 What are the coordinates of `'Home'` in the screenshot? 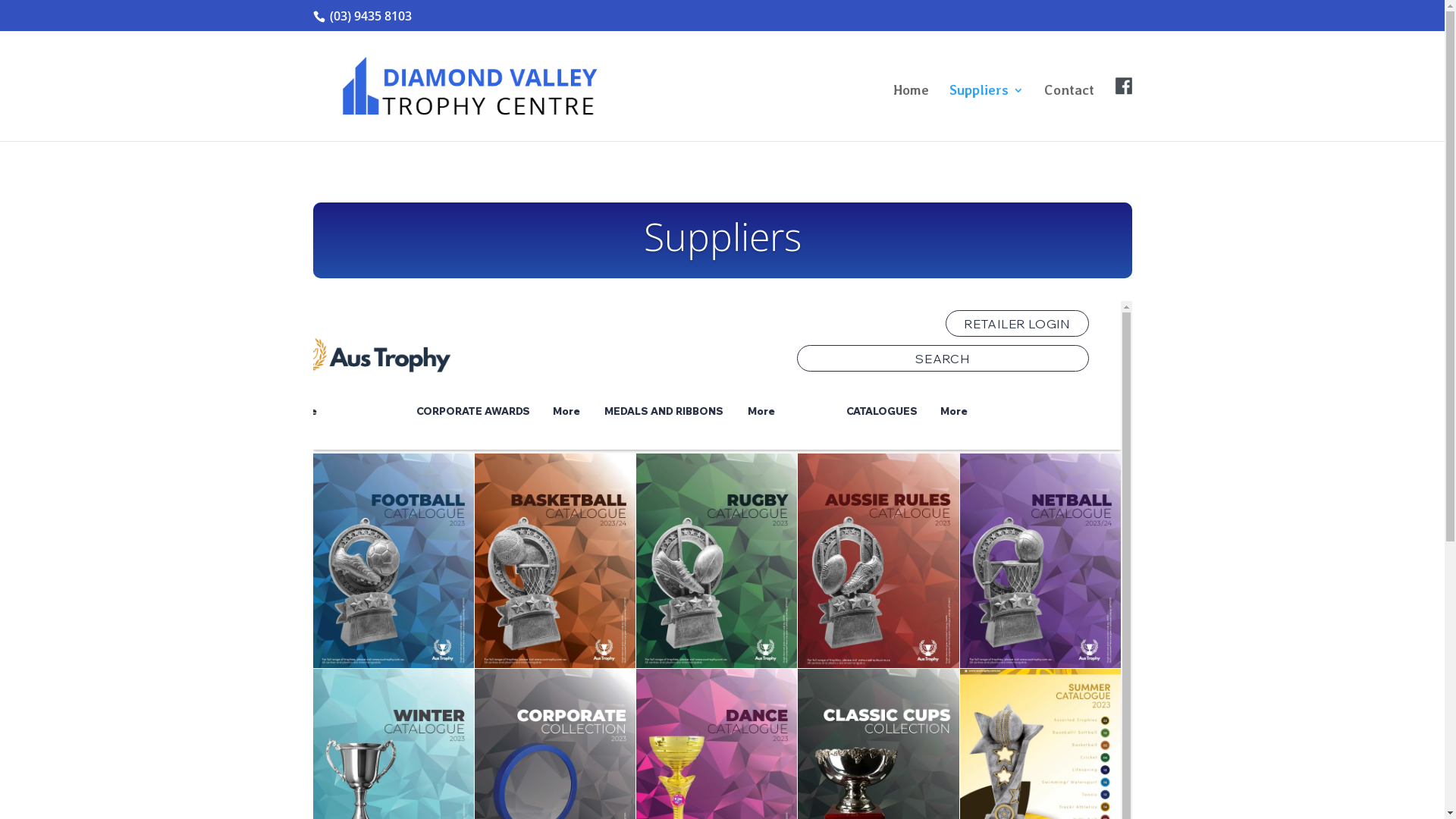 It's located at (910, 112).